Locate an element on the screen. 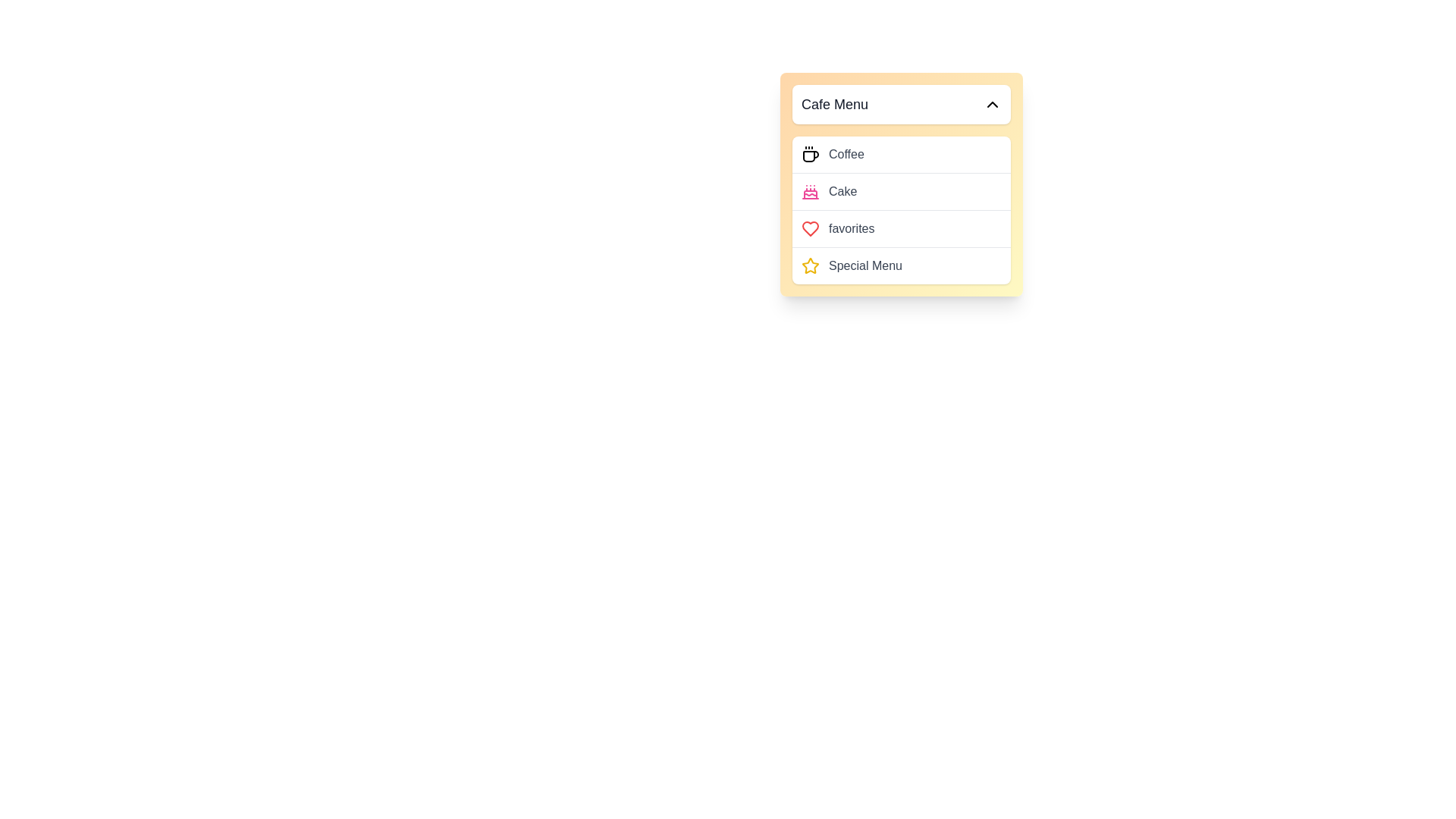  the yellow star icon with a hollow center located near the top-right quadrant of the interface, adjacent to menu items is located at coordinates (809, 265).